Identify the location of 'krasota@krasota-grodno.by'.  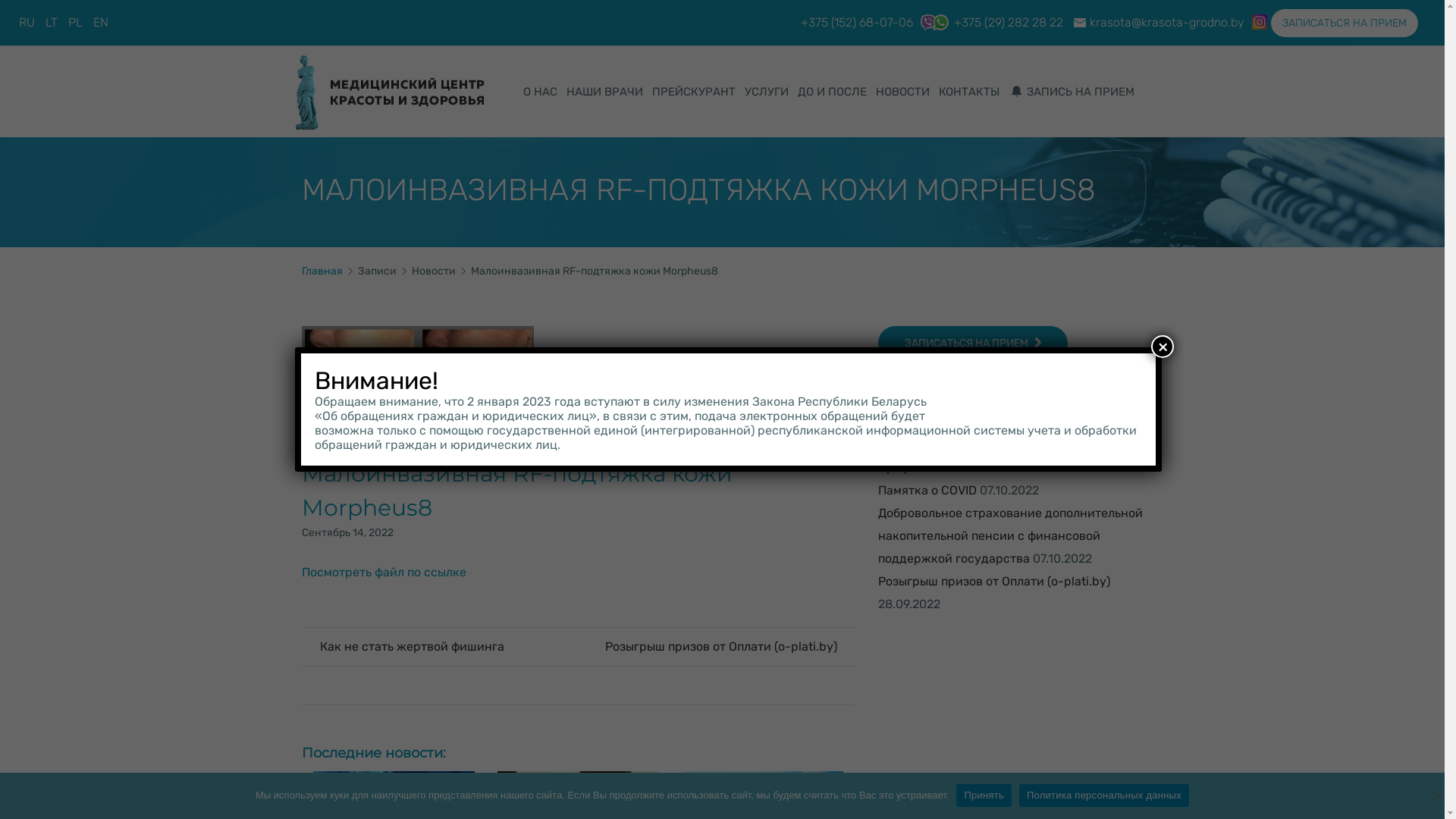
(1166, 22).